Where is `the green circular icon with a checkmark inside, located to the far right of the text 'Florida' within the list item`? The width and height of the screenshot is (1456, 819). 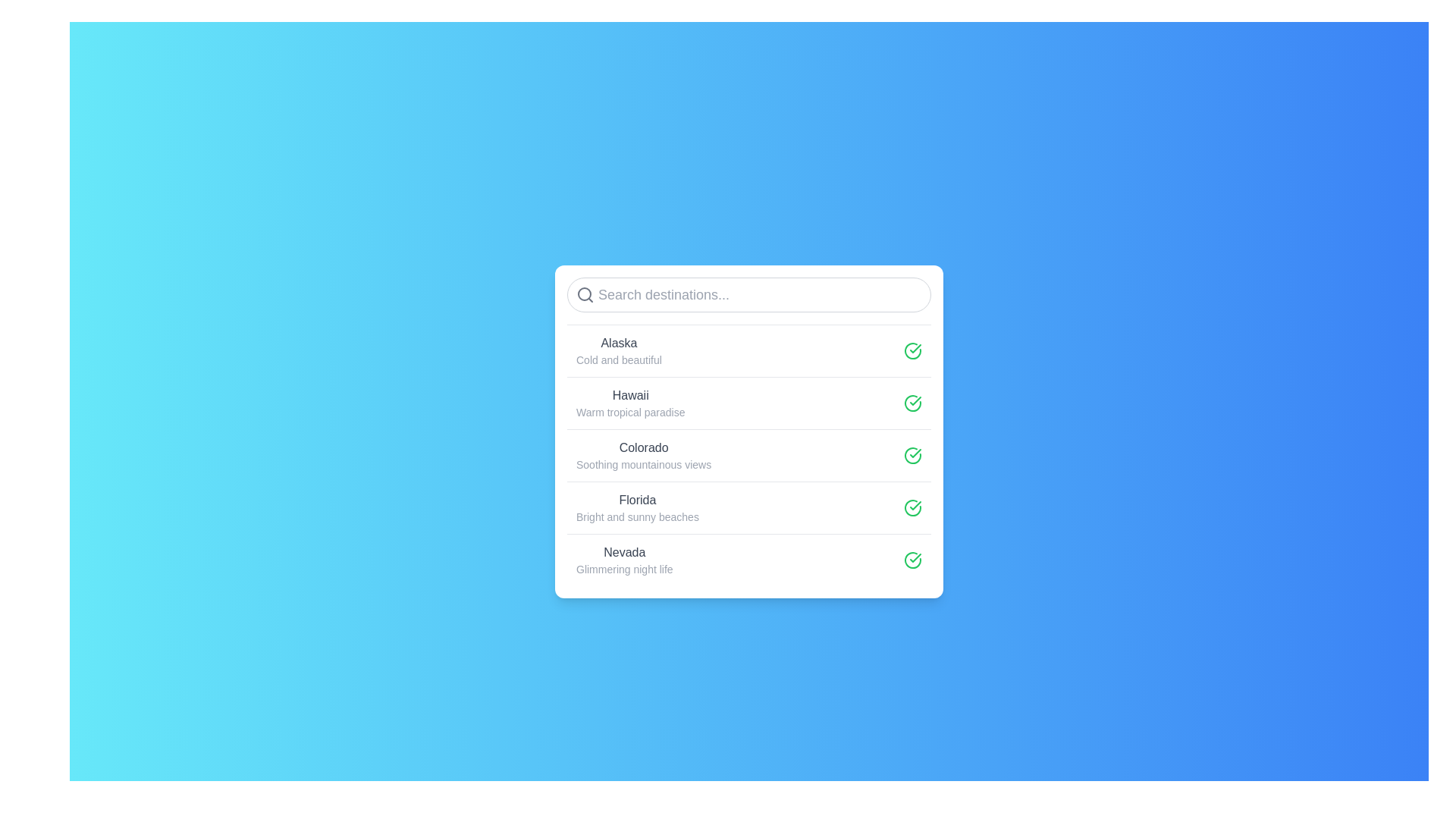 the green circular icon with a checkmark inside, located to the far right of the text 'Florida' within the list item is located at coordinates (912, 507).